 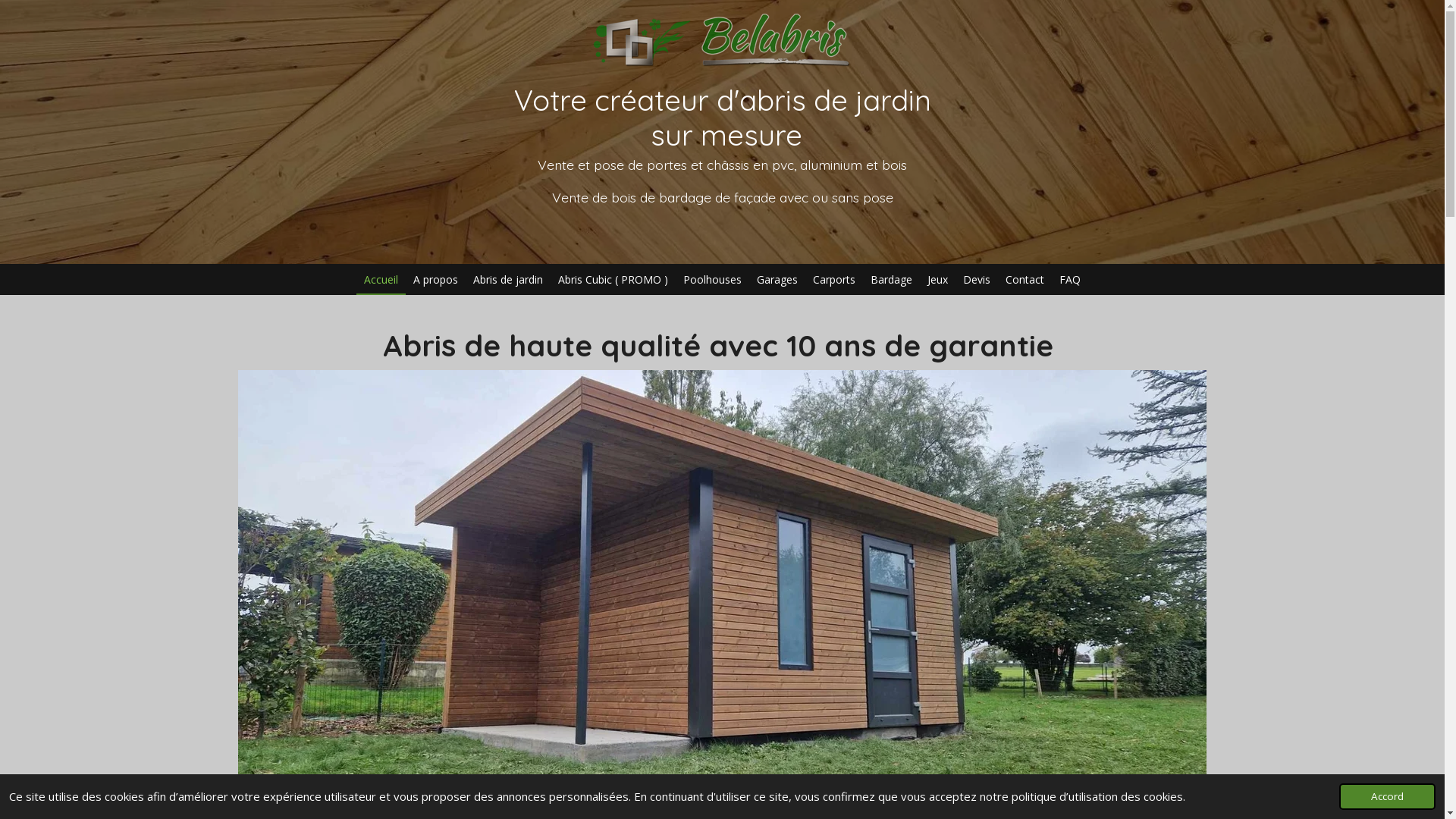 What do you see at coordinates (405, 278) in the screenshot?
I see `'A propos'` at bounding box center [405, 278].